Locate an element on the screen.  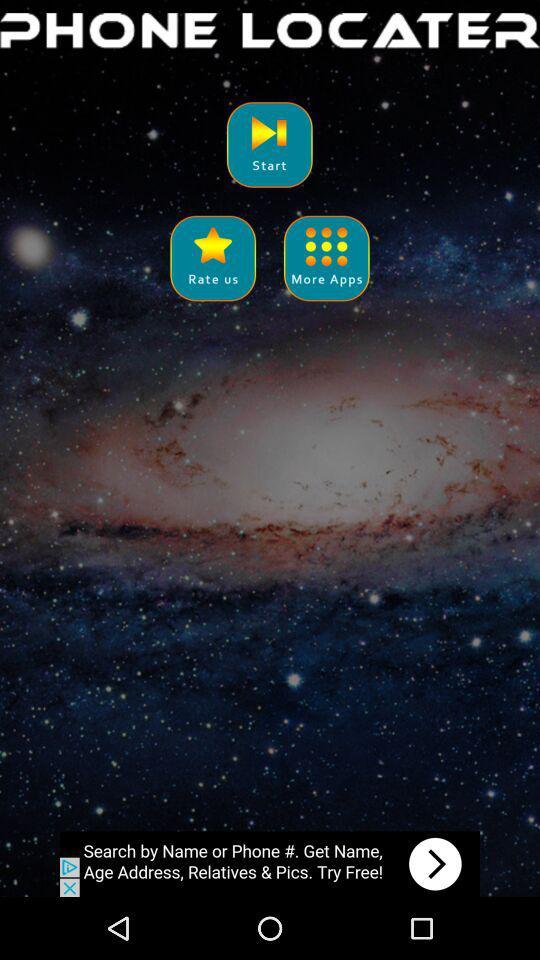
start option is located at coordinates (269, 143).